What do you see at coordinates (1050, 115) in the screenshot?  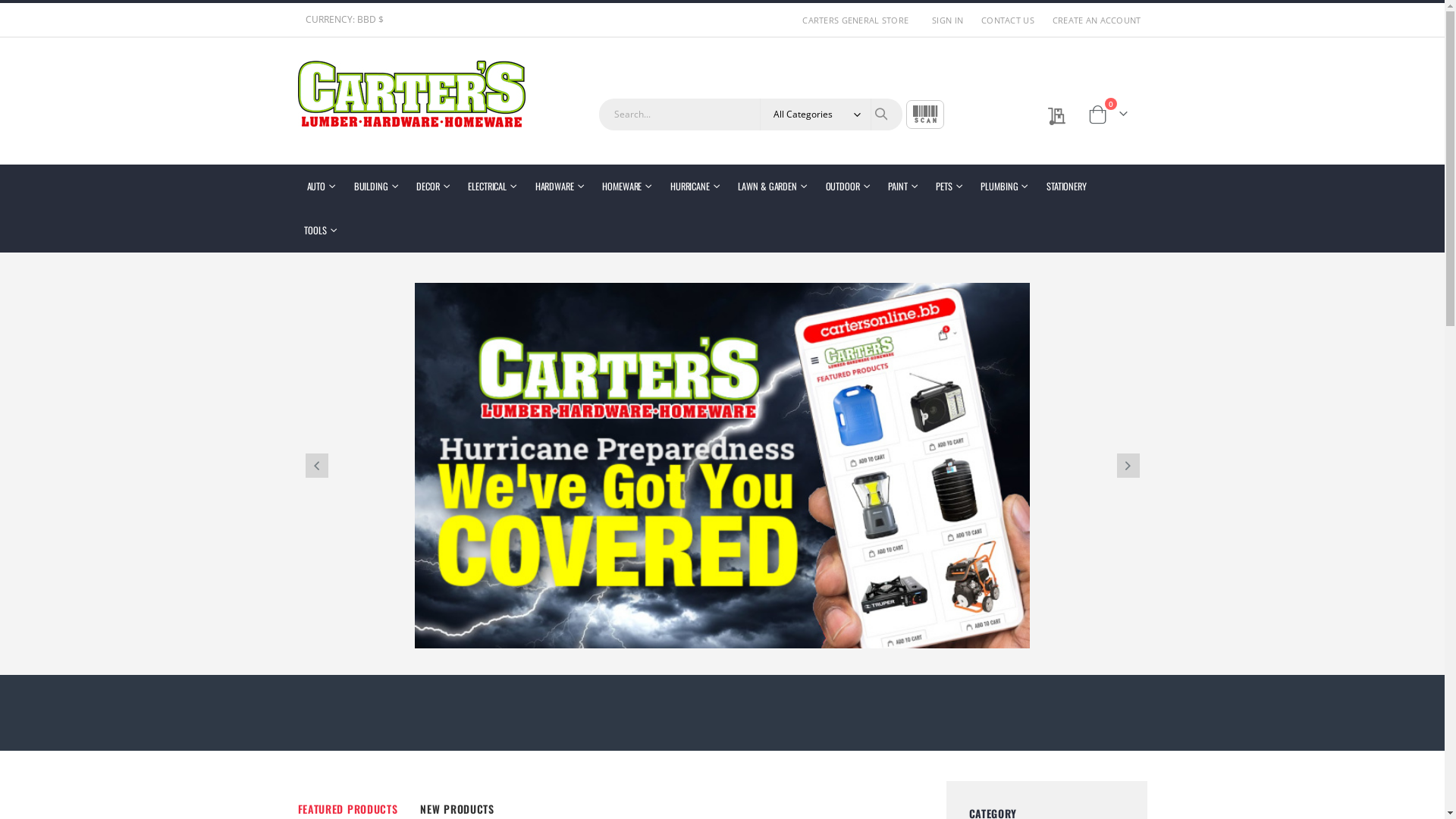 I see `'My Quote'` at bounding box center [1050, 115].